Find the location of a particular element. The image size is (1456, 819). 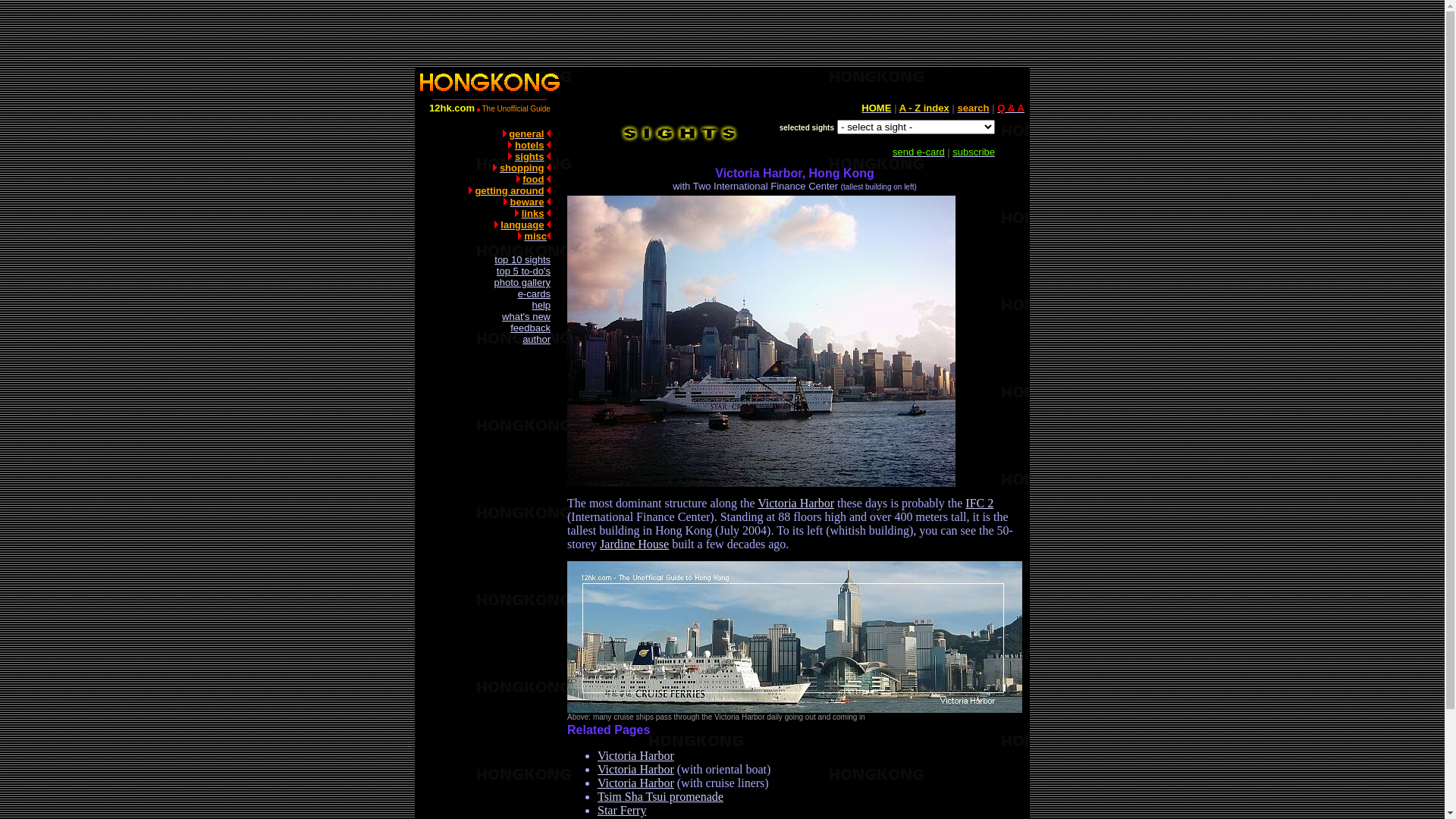

'Advertisement' is located at coordinates (720, 34).